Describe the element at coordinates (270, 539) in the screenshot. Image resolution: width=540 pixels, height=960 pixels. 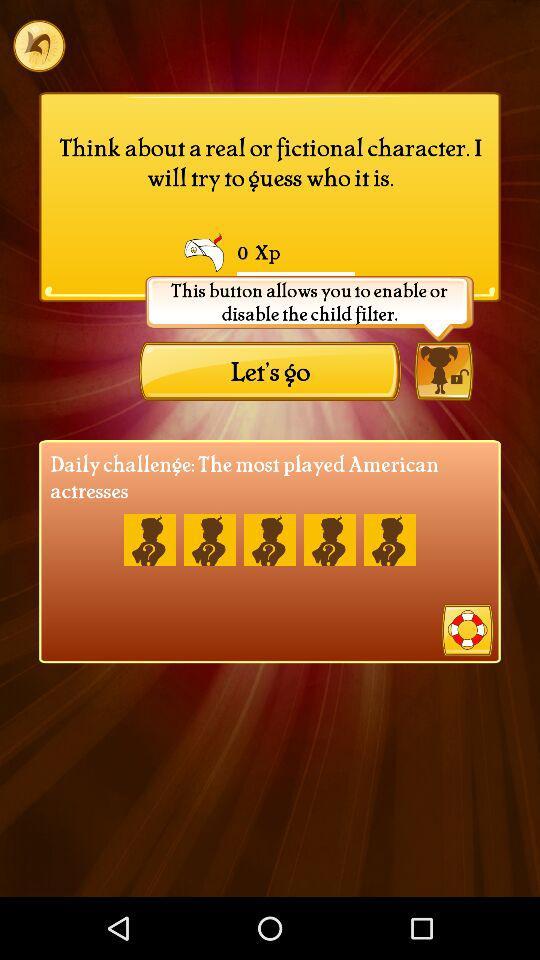
I see `the 3rd image in the last box` at that location.